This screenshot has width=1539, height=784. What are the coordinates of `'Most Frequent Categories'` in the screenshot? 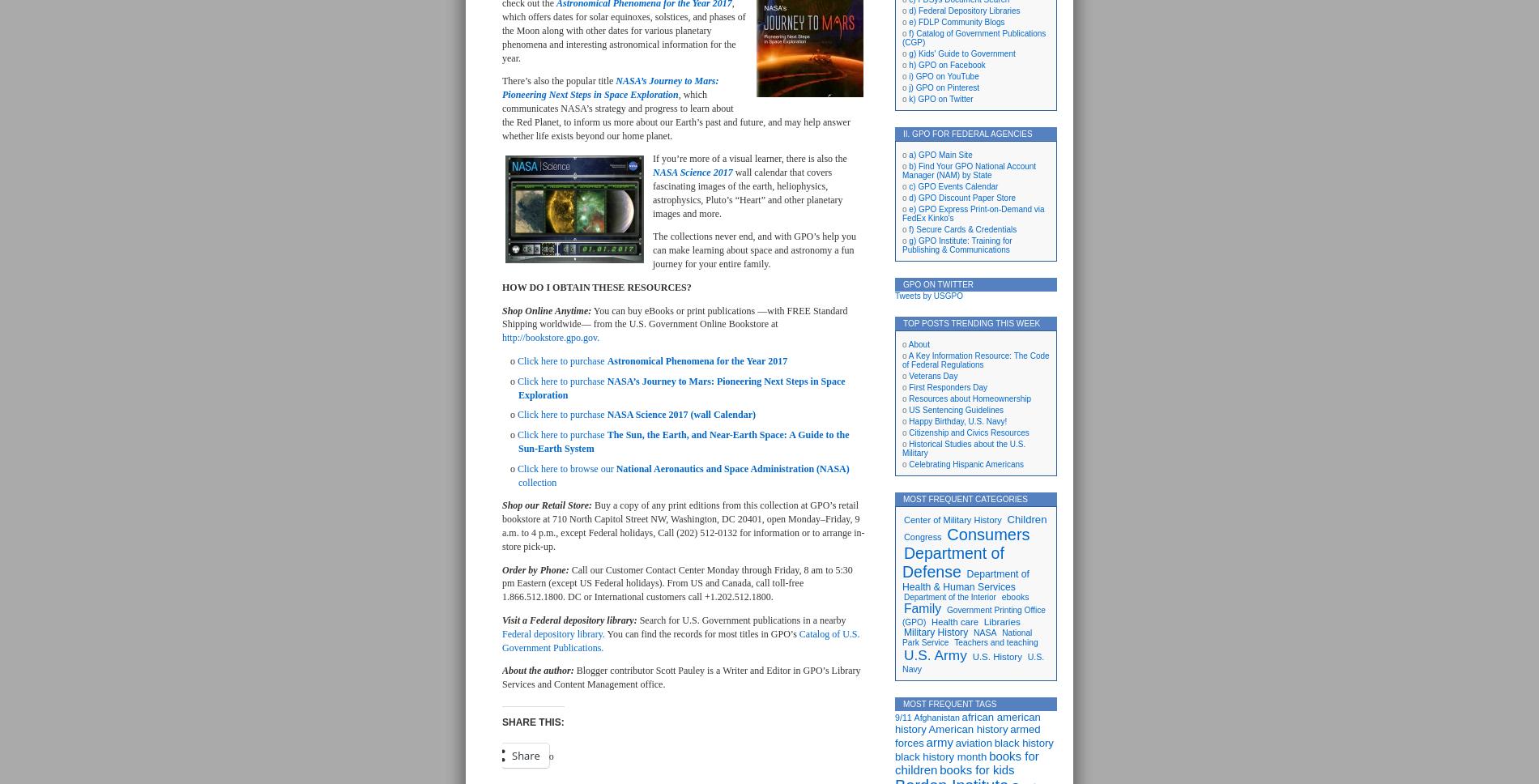 It's located at (902, 498).